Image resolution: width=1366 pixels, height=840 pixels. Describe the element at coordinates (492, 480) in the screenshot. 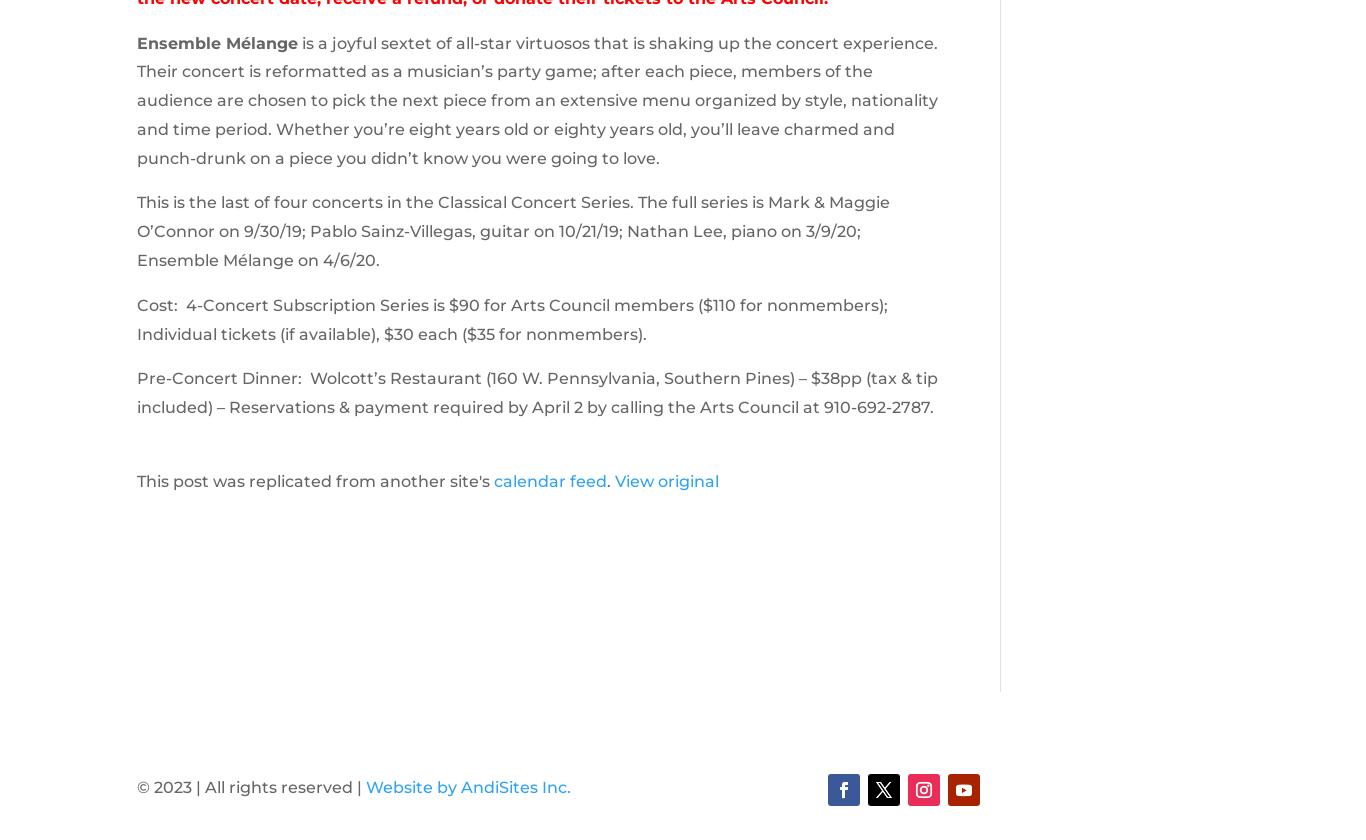

I see `'calendar feed'` at that location.